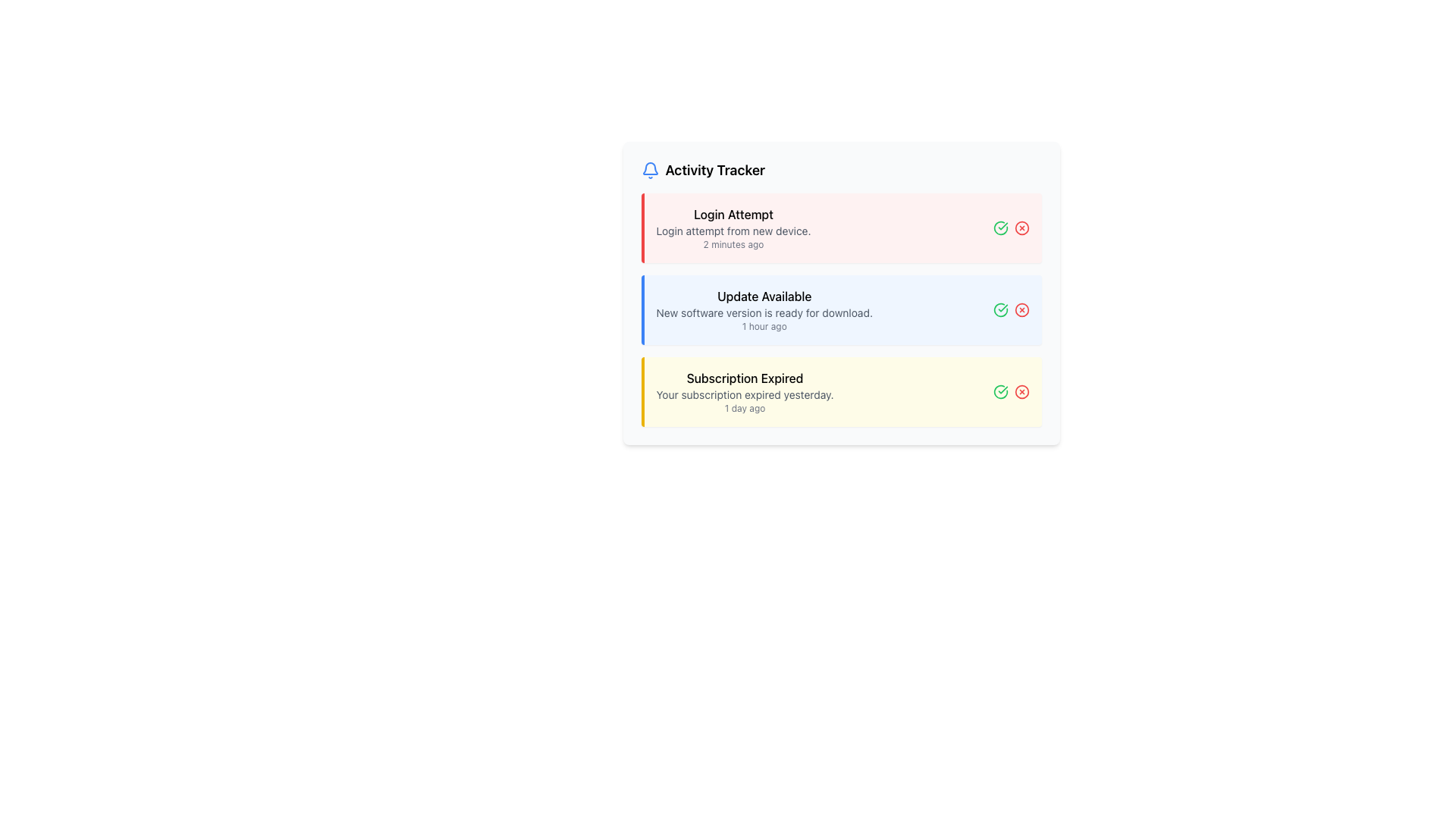  What do you see at coordinates (733, 214) in the screenshot?
I see `text content of the 'Login Attempt' text label, which is displayed prominently in bold within the notification box` at bounding box center [733, 214].